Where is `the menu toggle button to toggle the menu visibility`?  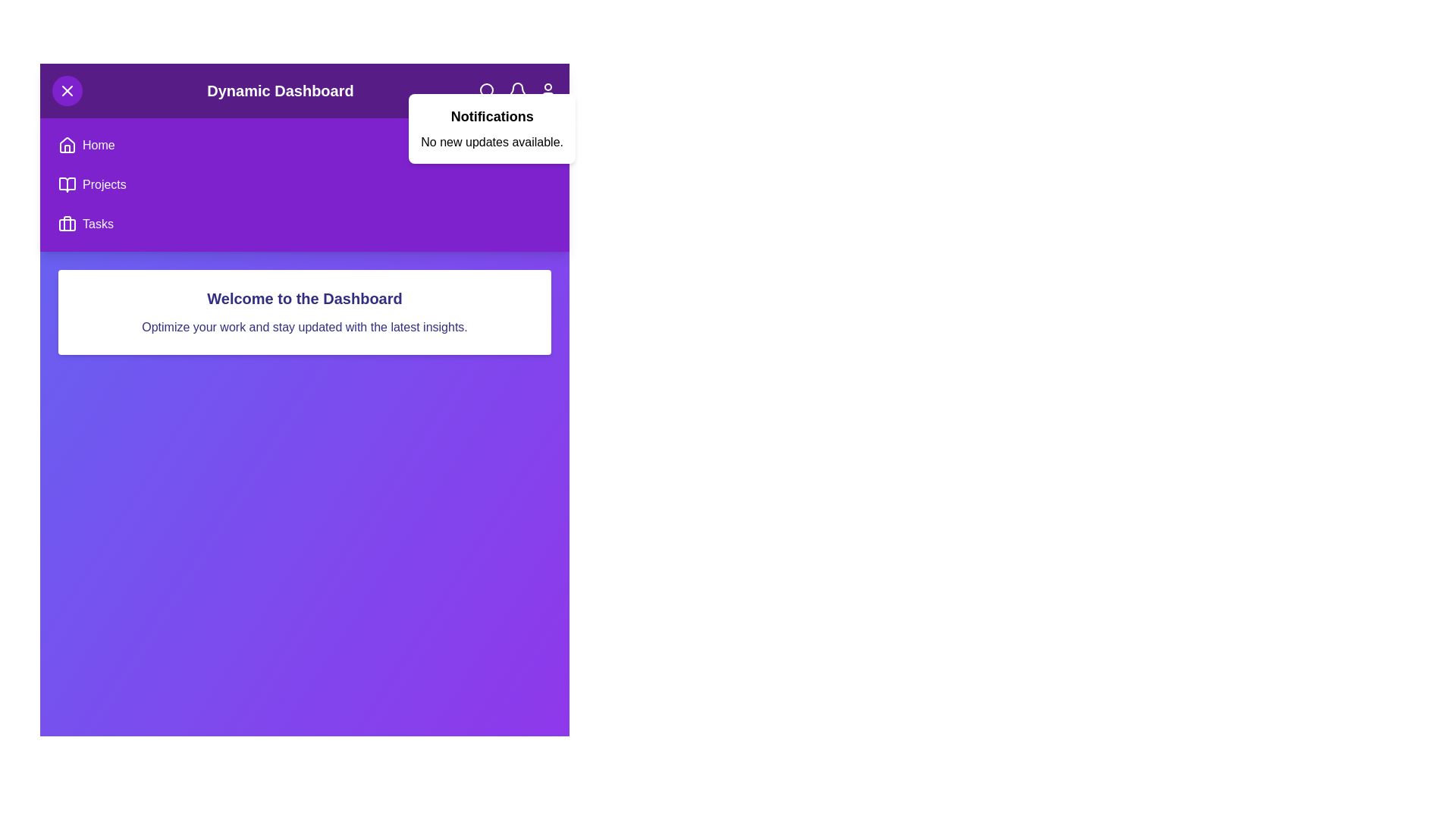
the menu toggle button to toggle the menu visibility is located at coordinates (67, 90).